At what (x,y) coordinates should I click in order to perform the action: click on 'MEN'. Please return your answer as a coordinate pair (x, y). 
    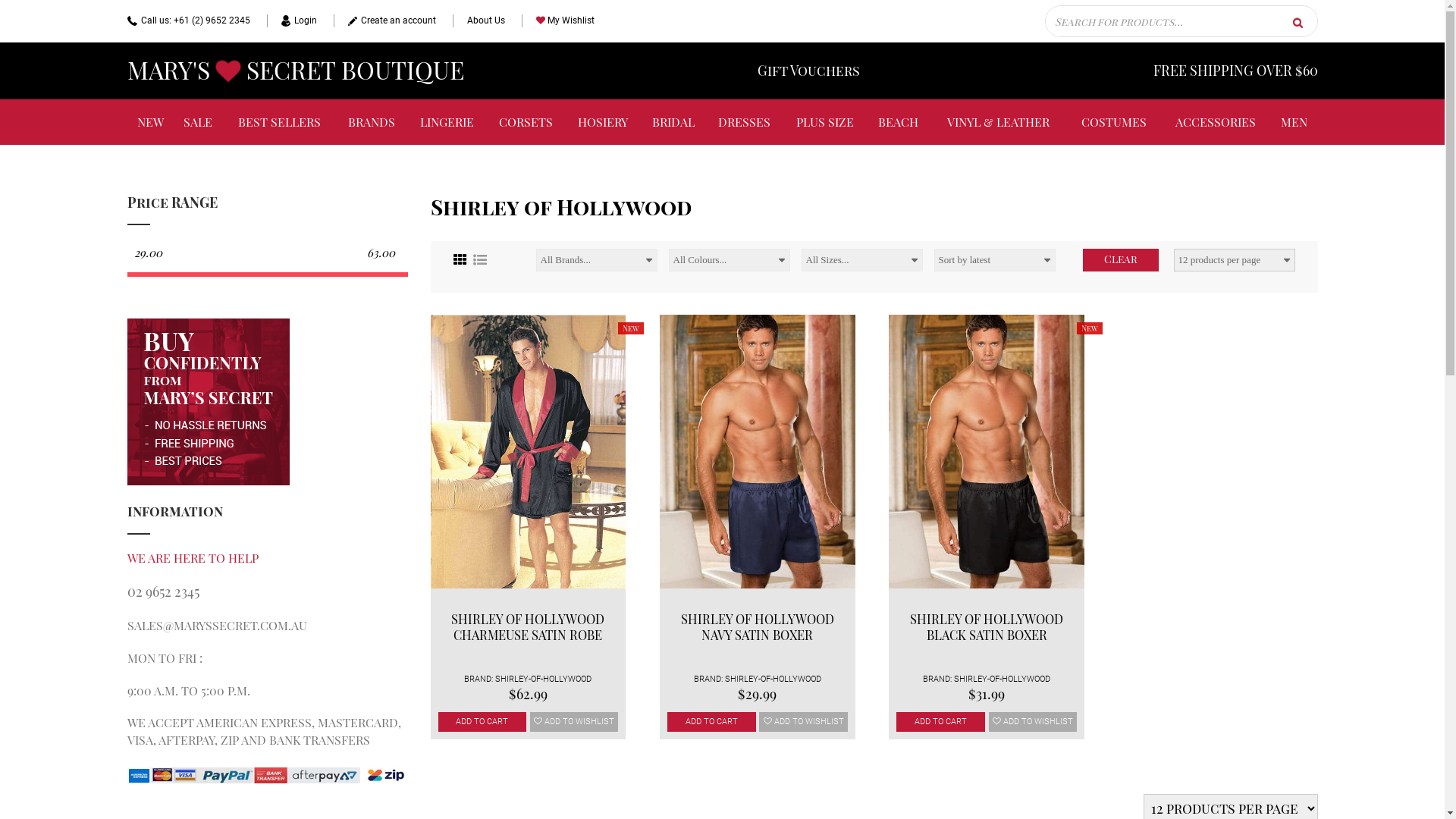
    Looking at the image, I should click on (1293, 121).